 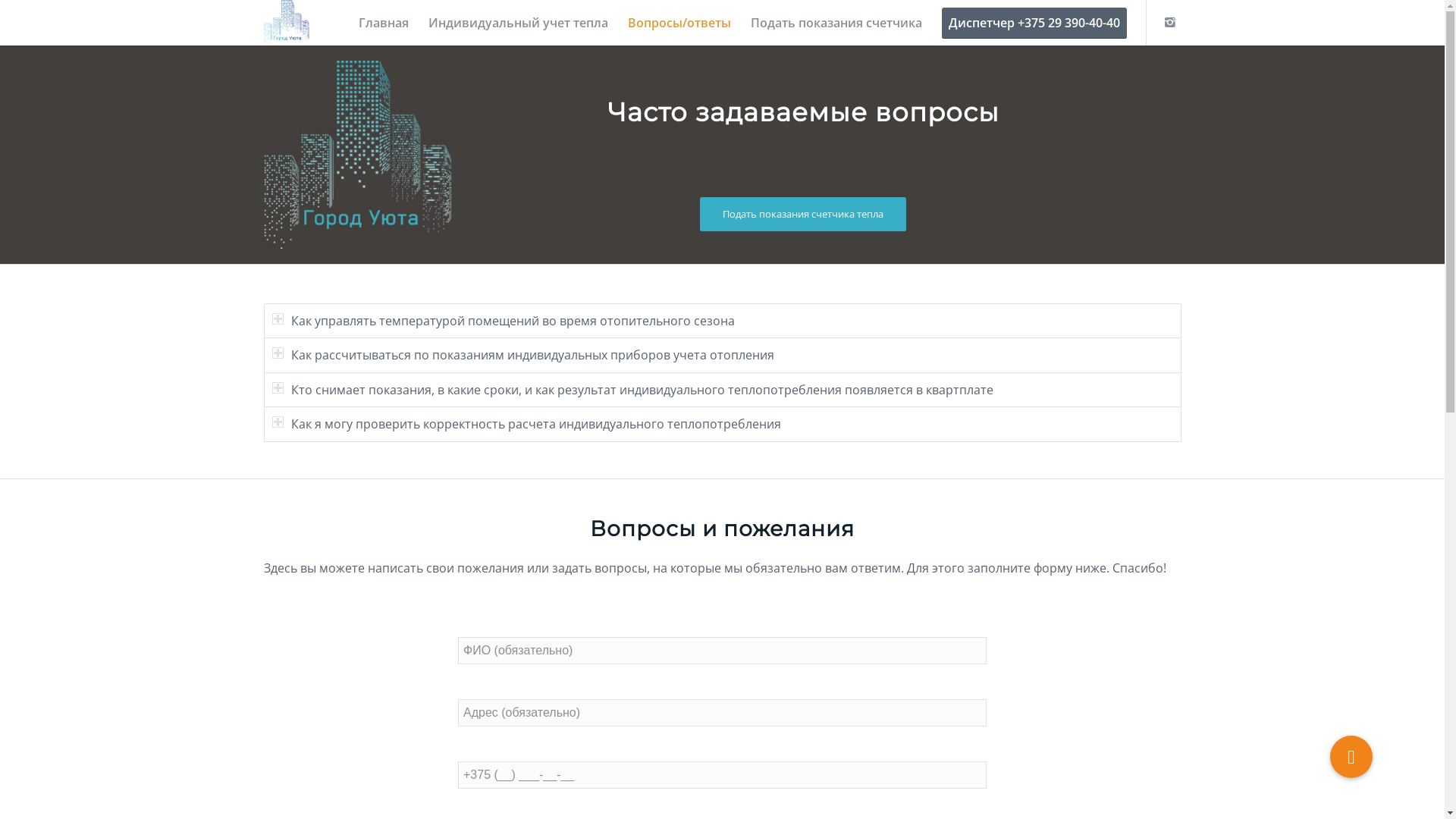 I want to click on 'Instagram', so click(x=1169, y=22).